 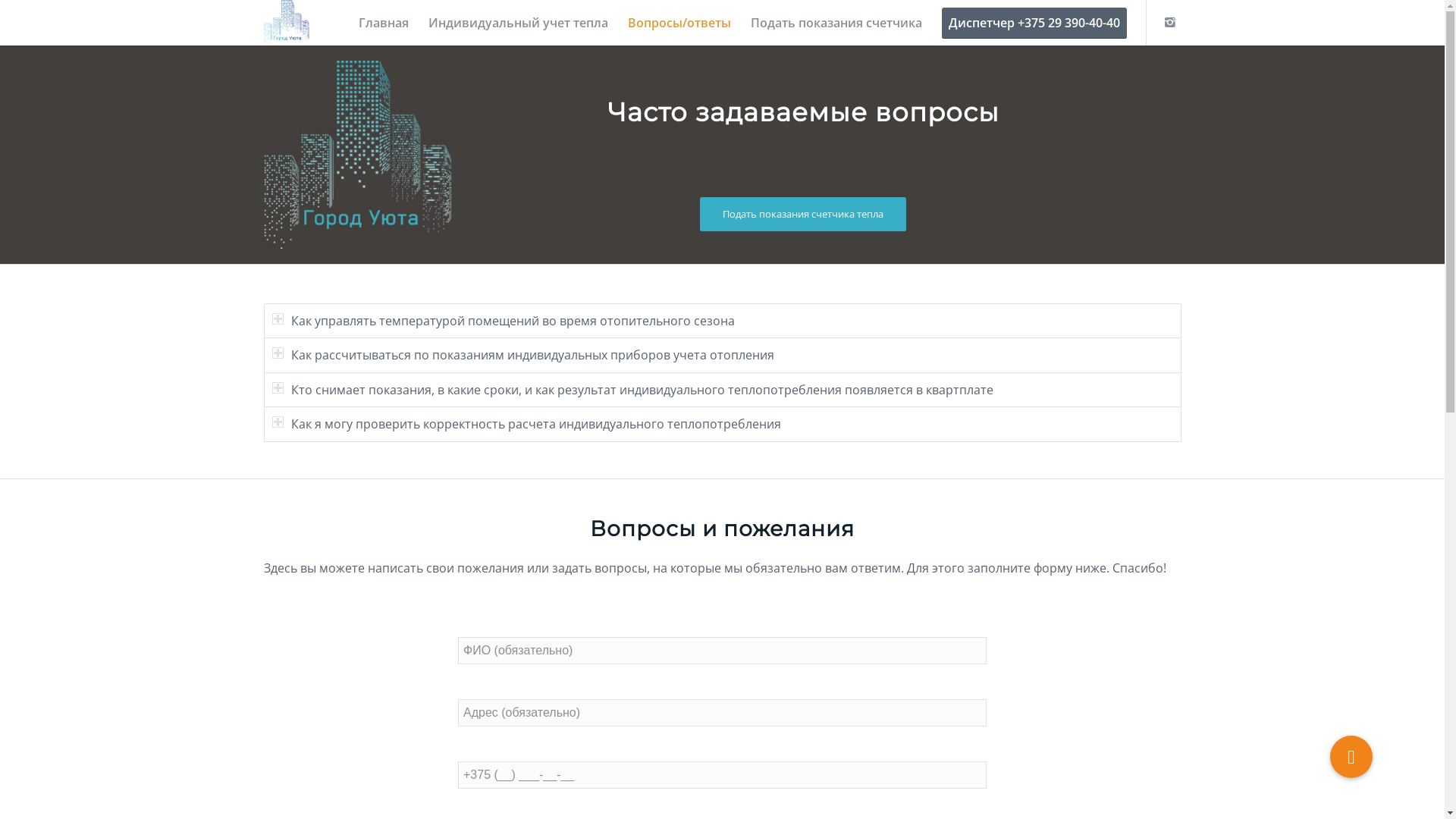 I want to click on 'Instagram', so click(x=1169, y=22).